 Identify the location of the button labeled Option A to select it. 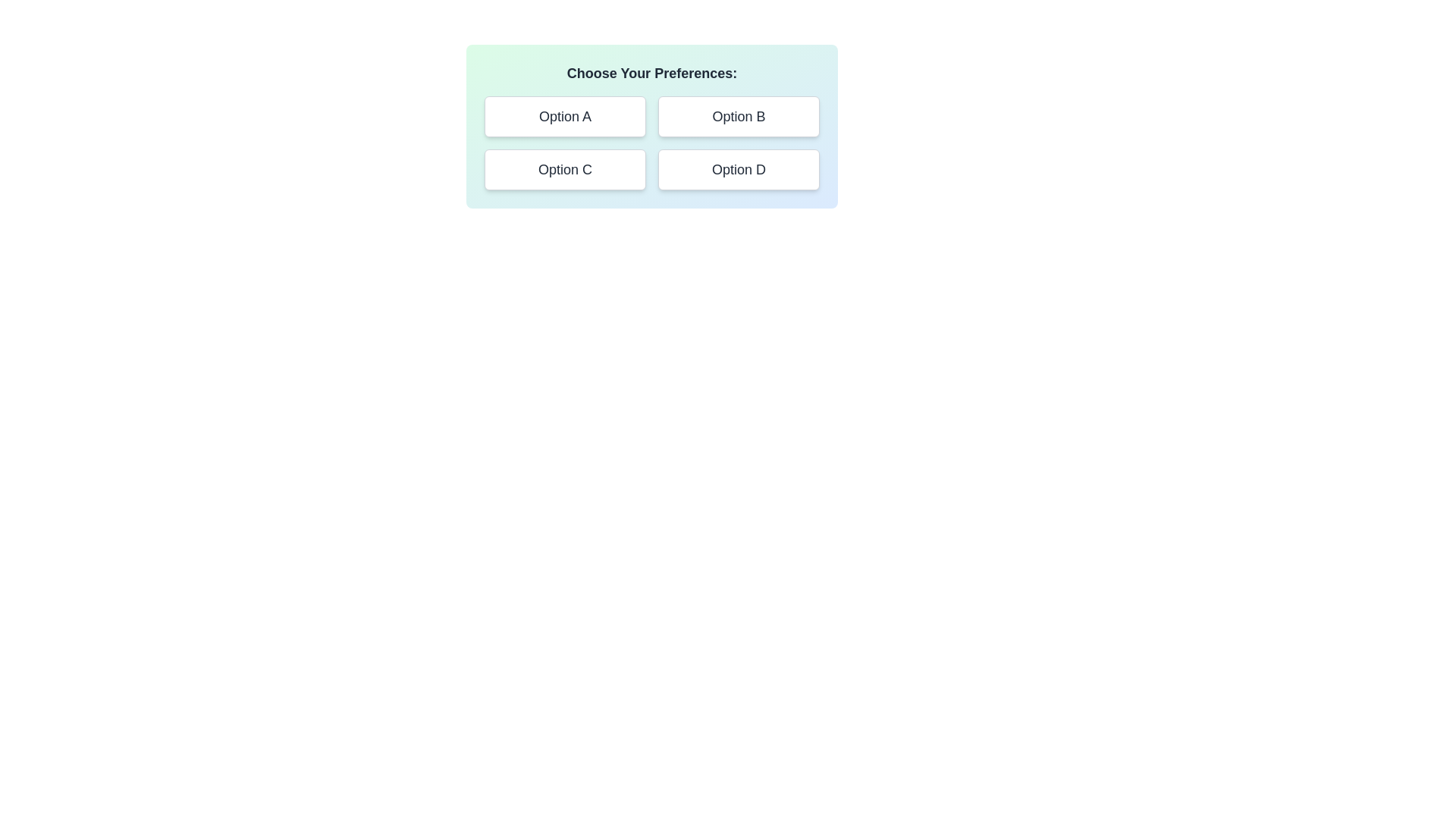
(564, 116).